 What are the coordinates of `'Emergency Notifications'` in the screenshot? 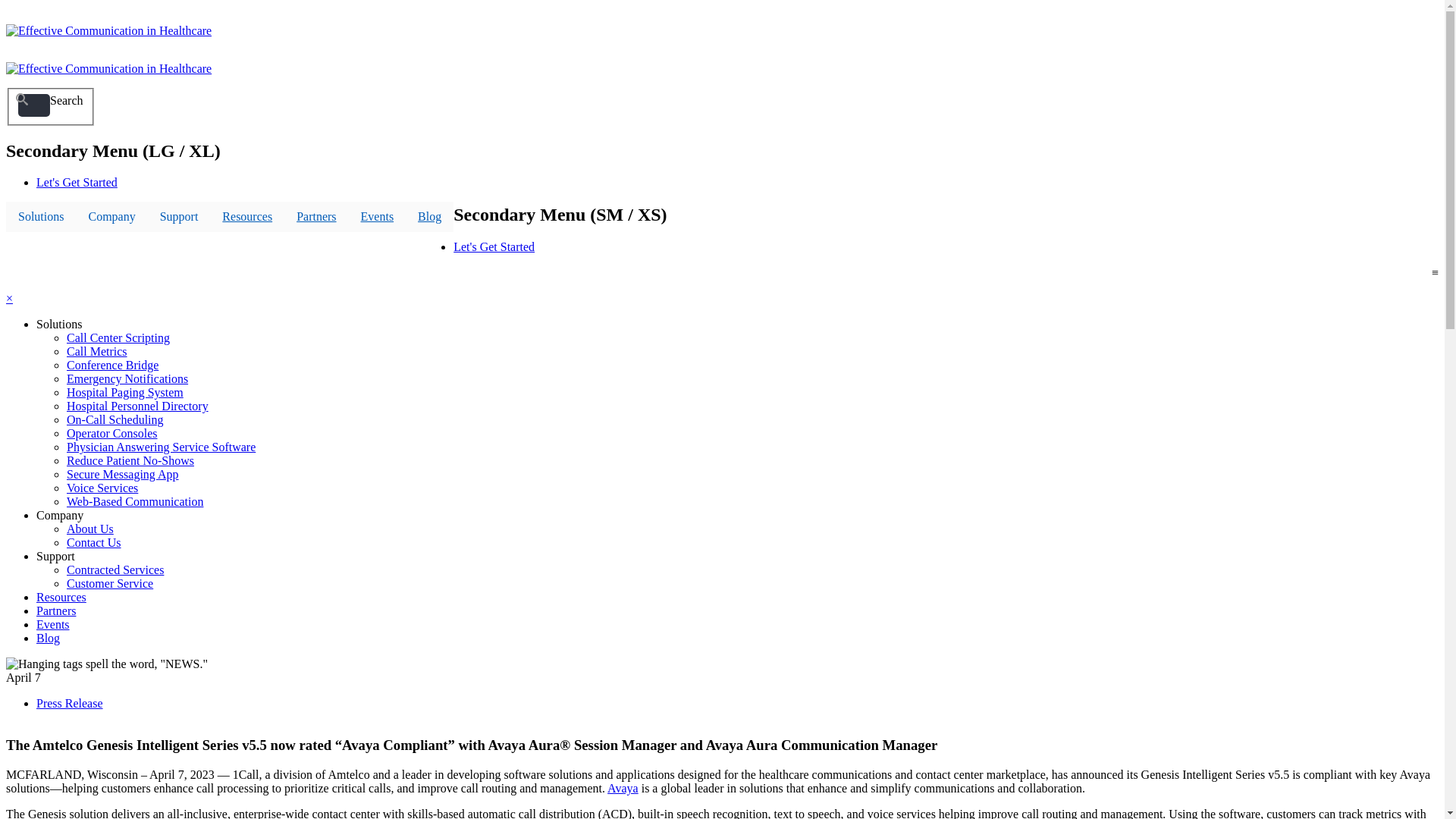 It's located at (127, 378).